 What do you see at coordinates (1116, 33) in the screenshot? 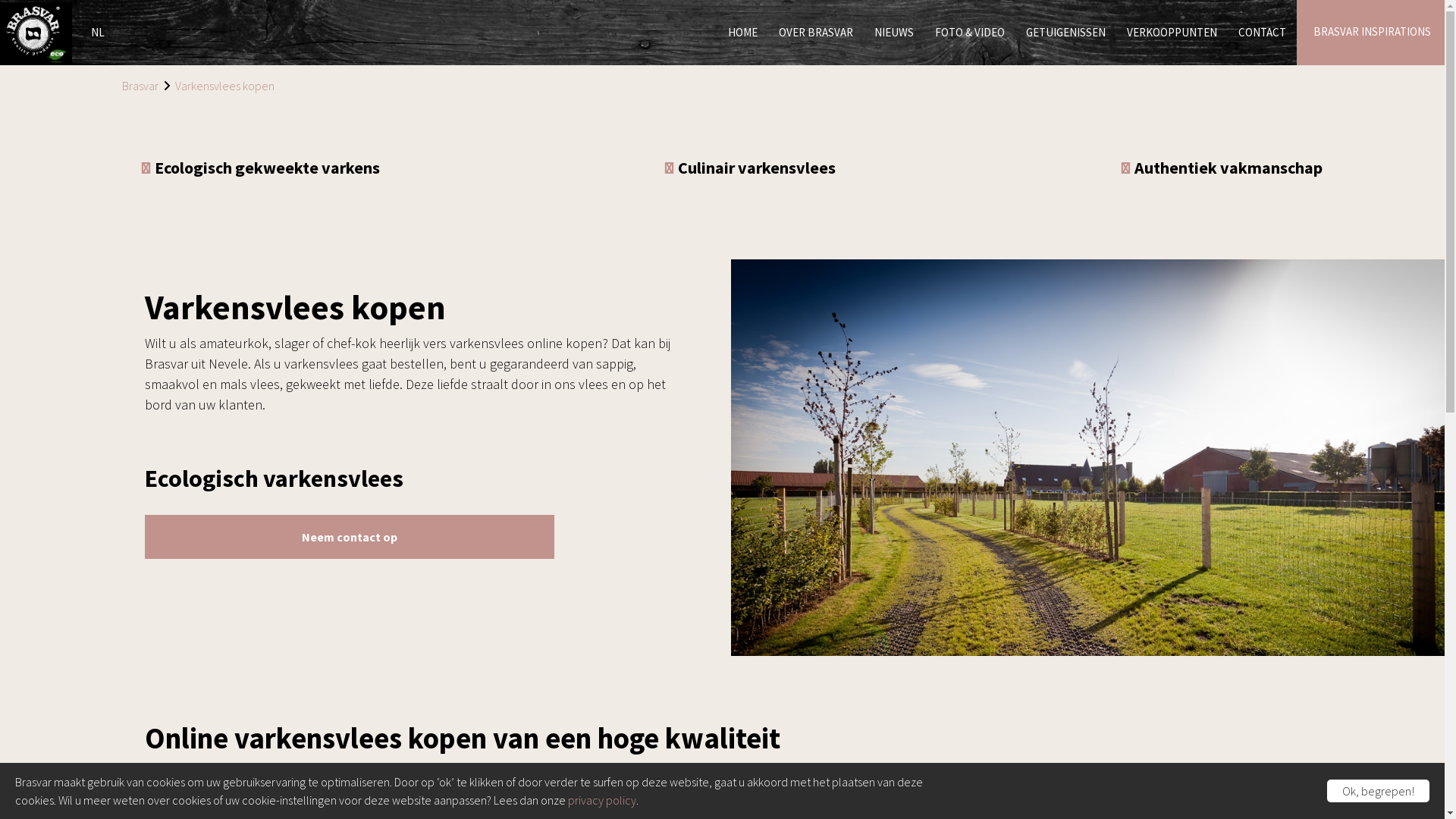
I see `'VERKOOPPUNTEN'` at bounding box center [1116, 33].